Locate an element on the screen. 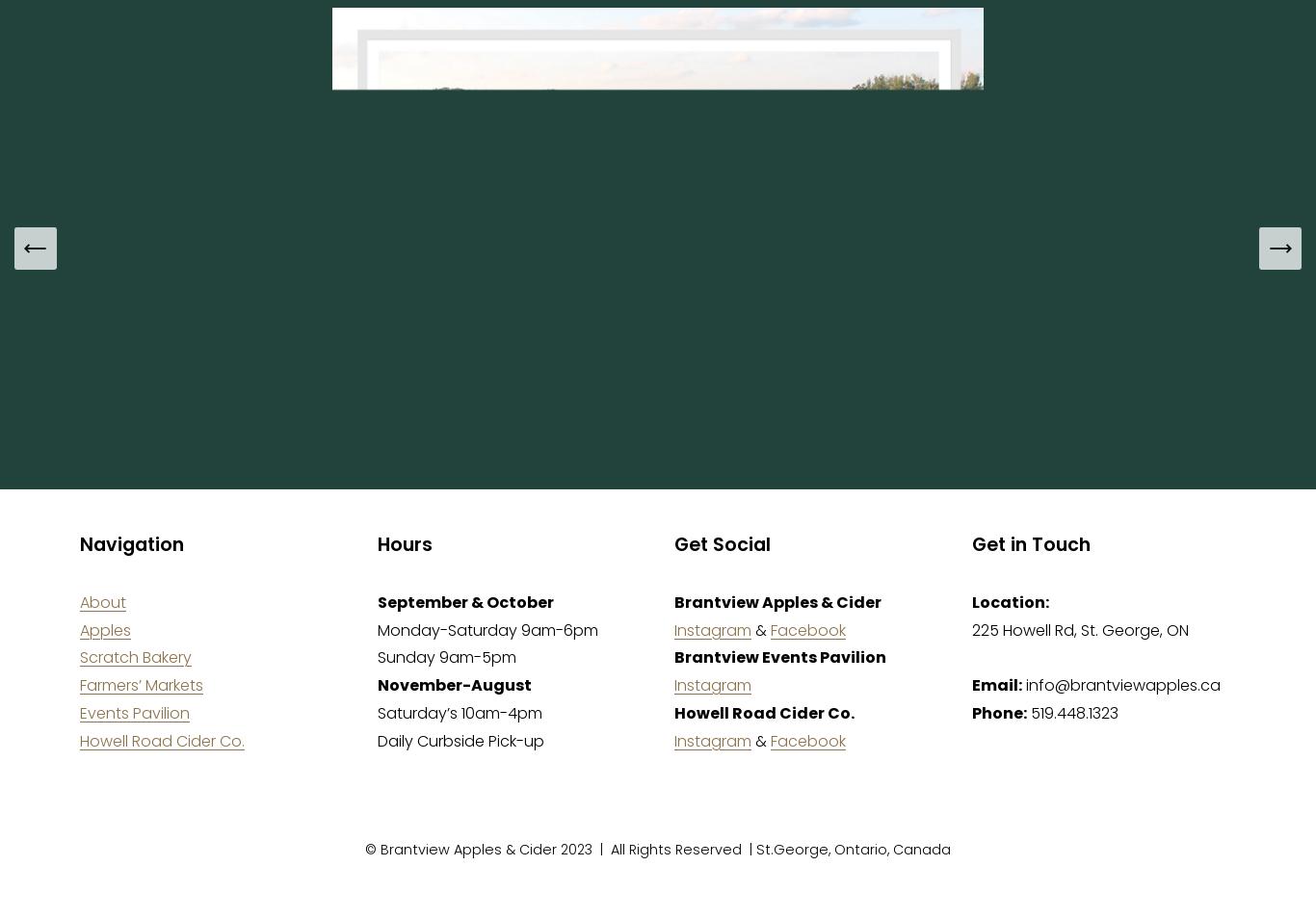 The height and width of the screenshot is (919, 1316). '© Brantview Apples & Cider 2023  |  All Rights Reserved  | St.George, Ontario, Canada' is located at coordinates (658, 849).